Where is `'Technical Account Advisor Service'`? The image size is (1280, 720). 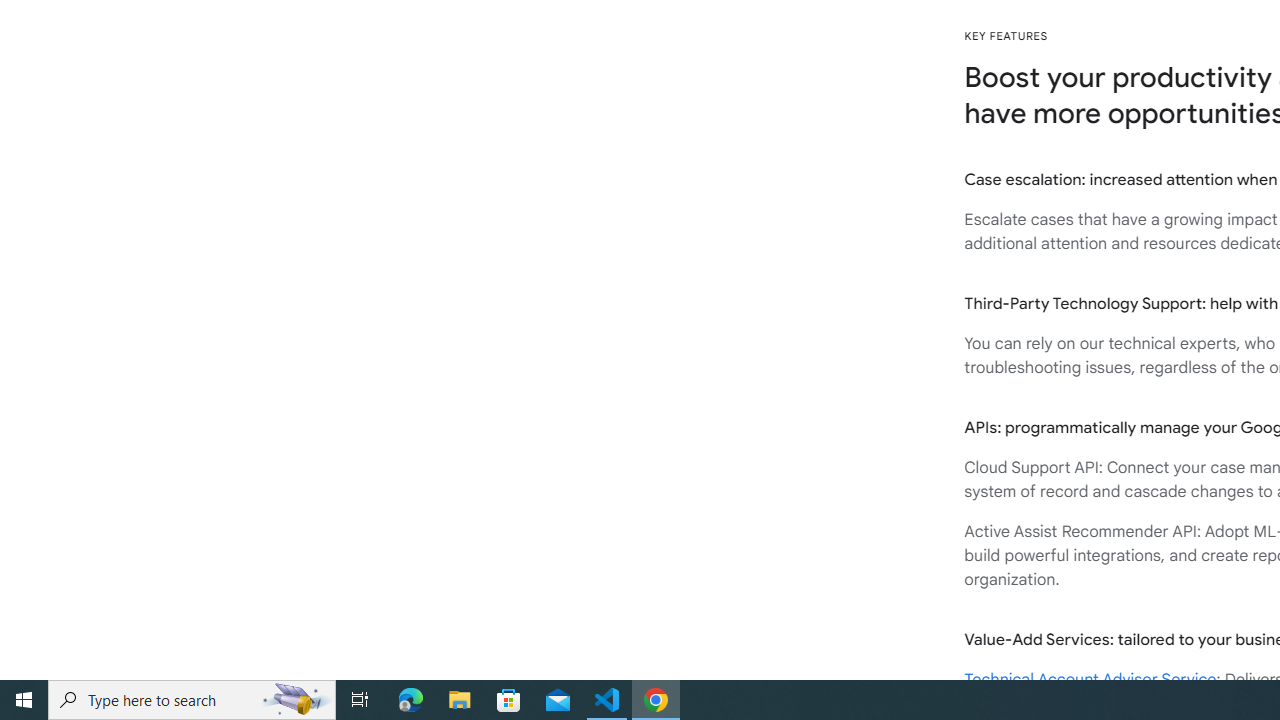
'Technical Account Advisor Service' is located at coordinates (1089, 679).